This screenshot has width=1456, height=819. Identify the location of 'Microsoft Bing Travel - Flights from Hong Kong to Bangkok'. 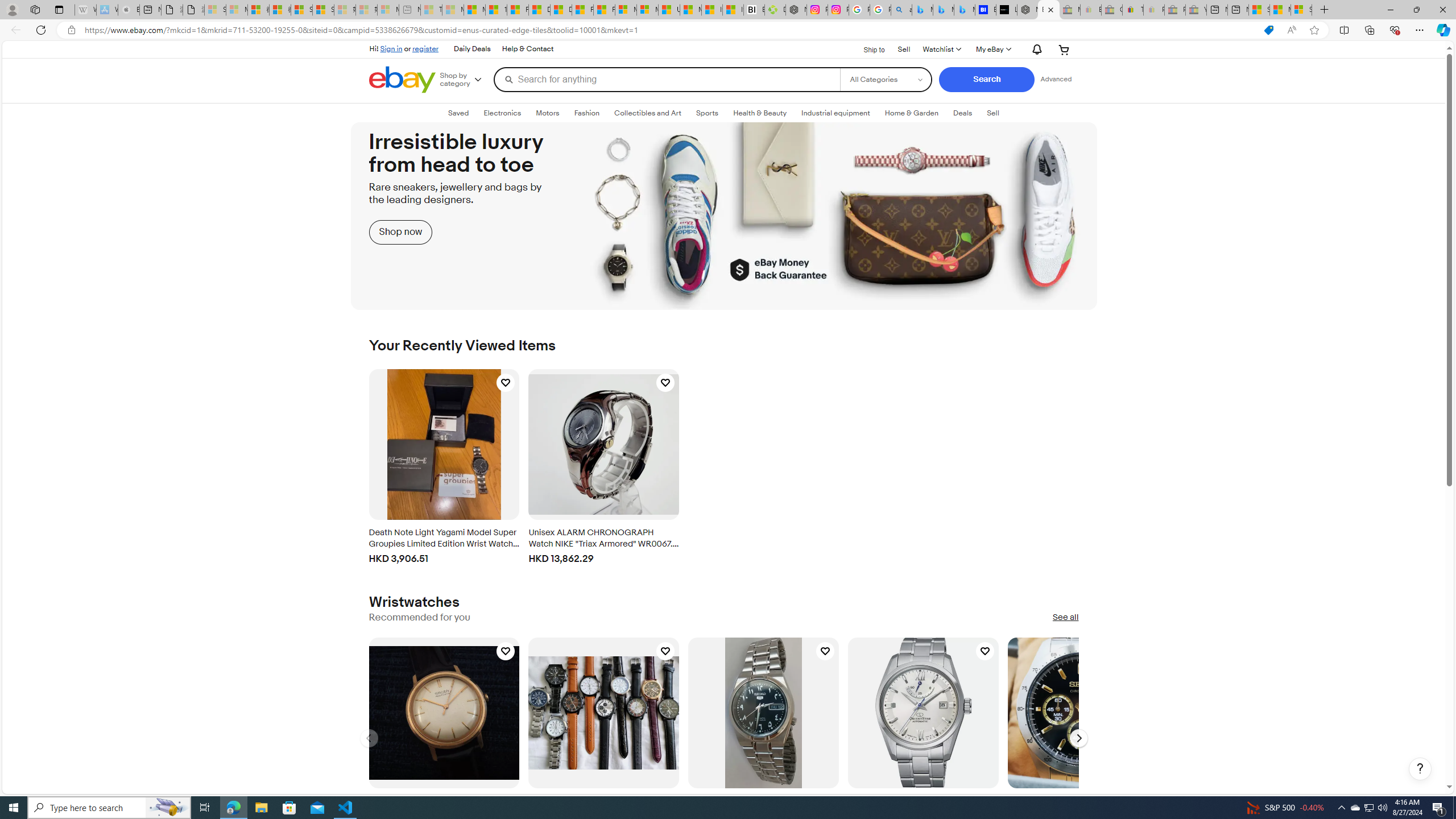
(922, 9).